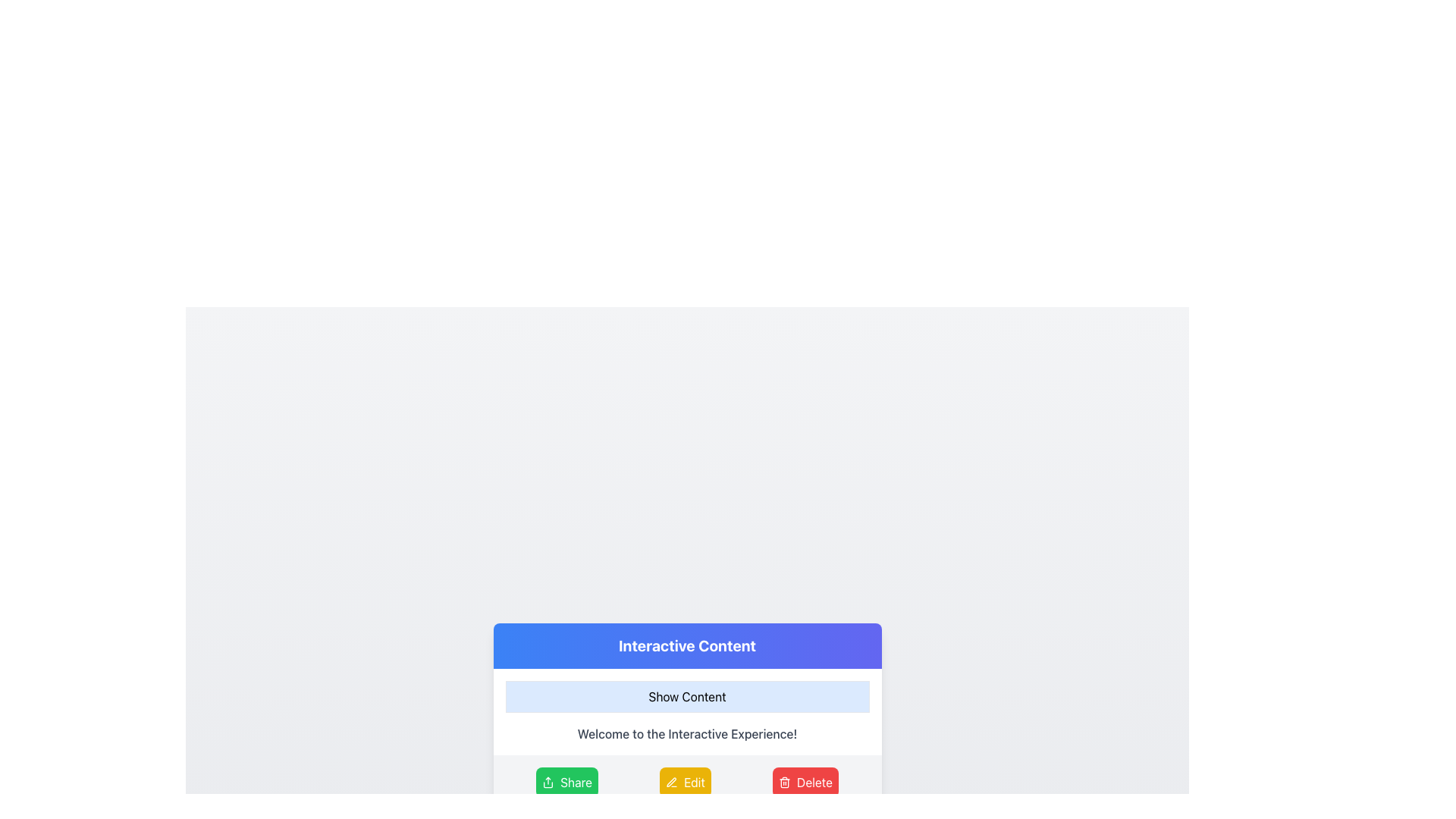 This screenshot has width=1456, height=819. I want to click on the trash can-shaped icon located to the left of the 'Delete' button at the bottom-right of the interface, so click(785, 783).